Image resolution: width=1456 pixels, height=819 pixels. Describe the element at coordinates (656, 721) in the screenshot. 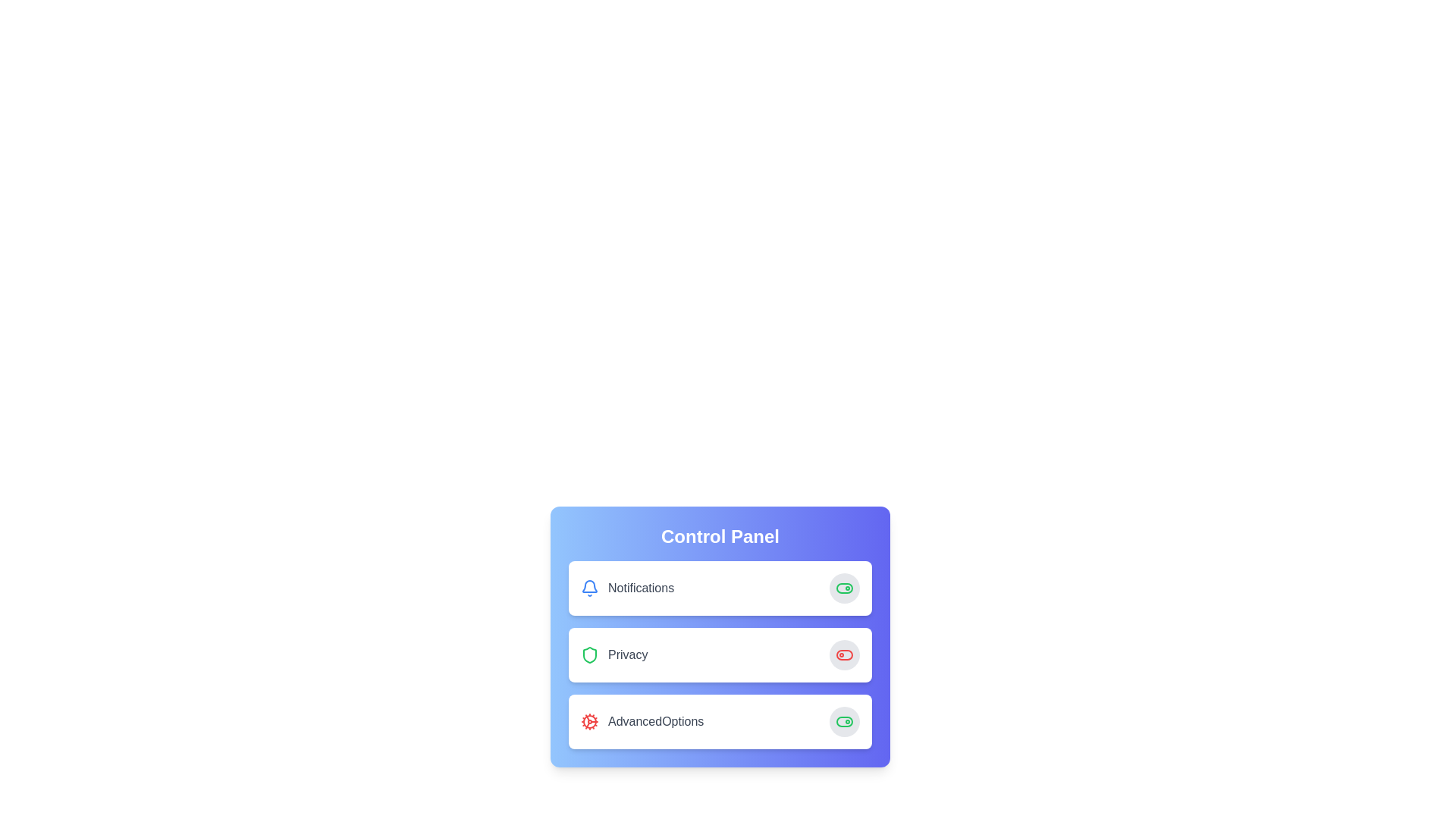

I see `the context of the text label` at that location.